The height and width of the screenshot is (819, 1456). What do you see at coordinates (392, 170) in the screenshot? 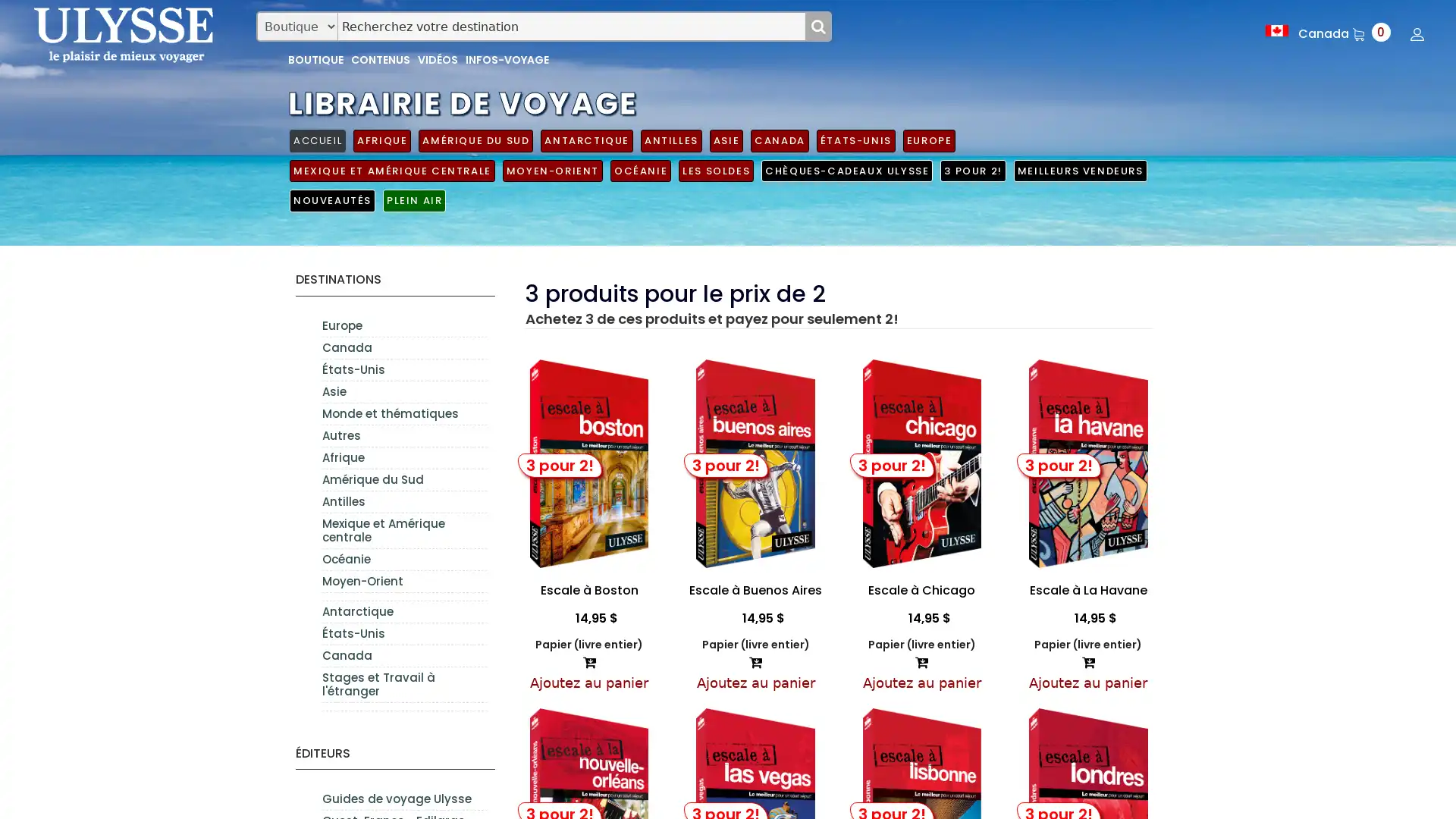
I see `MEXIQUE ET AMERIQUE CENTRALE` at bounding box center [392, 170].